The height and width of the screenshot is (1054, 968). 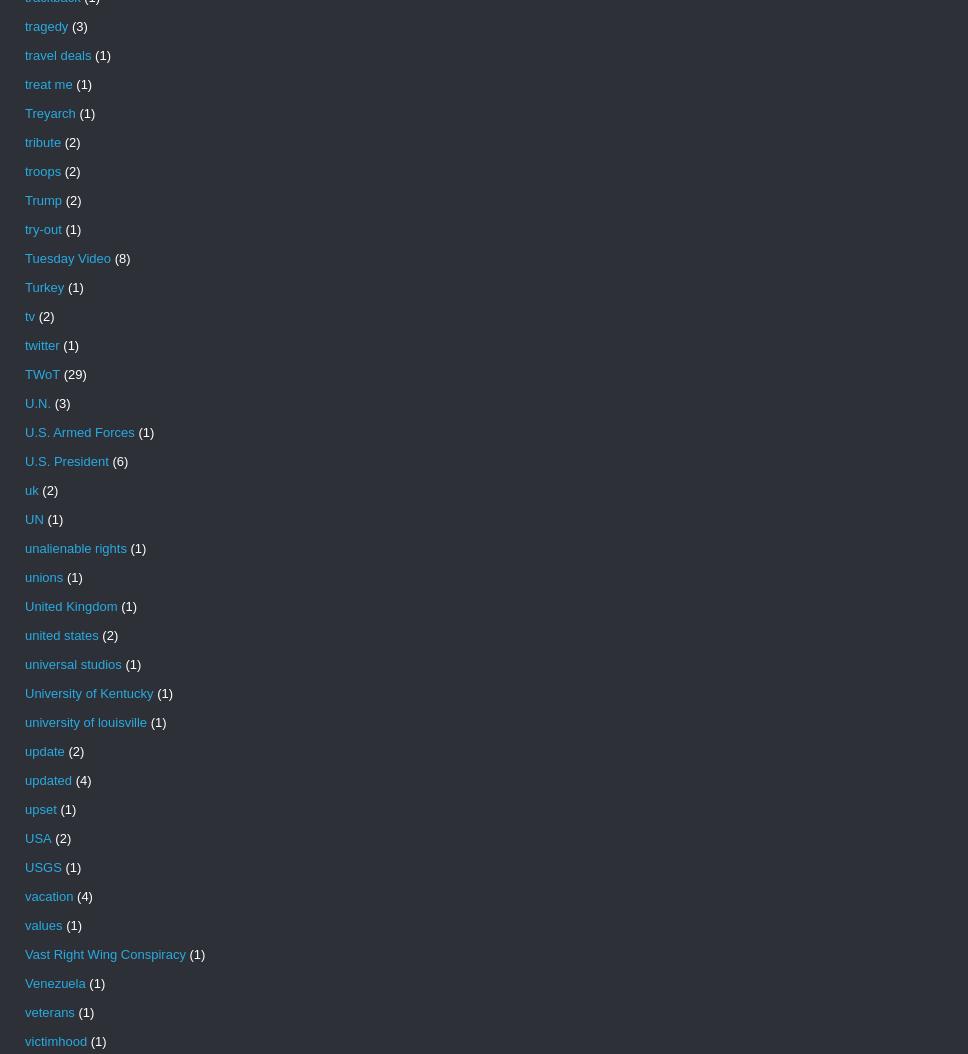 What do you see at coordinates (24, 808) in the screenshot?
I see `'upset'` at bounding box center [24, 808].